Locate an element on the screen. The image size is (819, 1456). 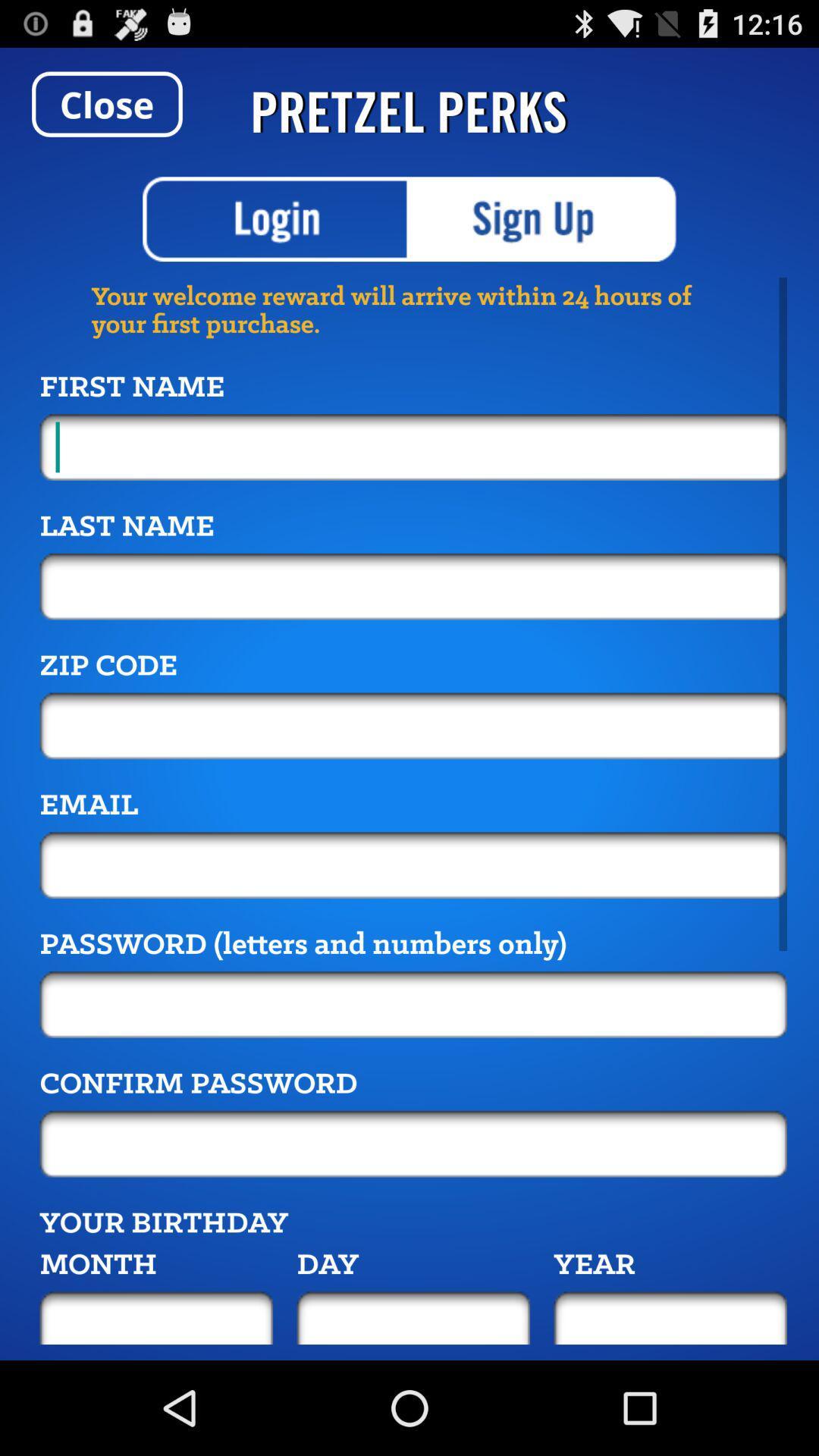
last name is located at coordinates (413, 585).